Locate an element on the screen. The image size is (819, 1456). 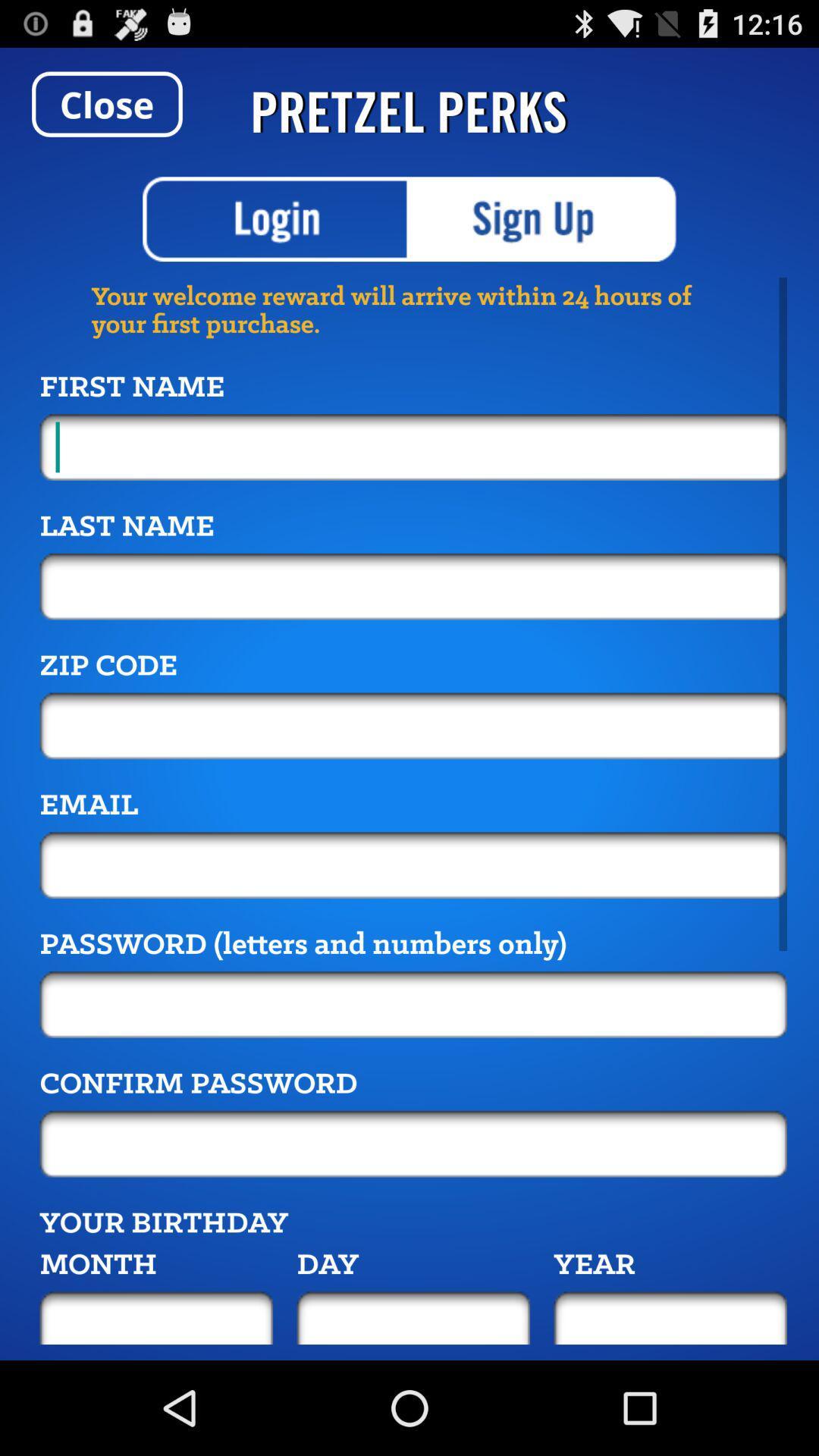
last name is located at coordinates (413, 585).